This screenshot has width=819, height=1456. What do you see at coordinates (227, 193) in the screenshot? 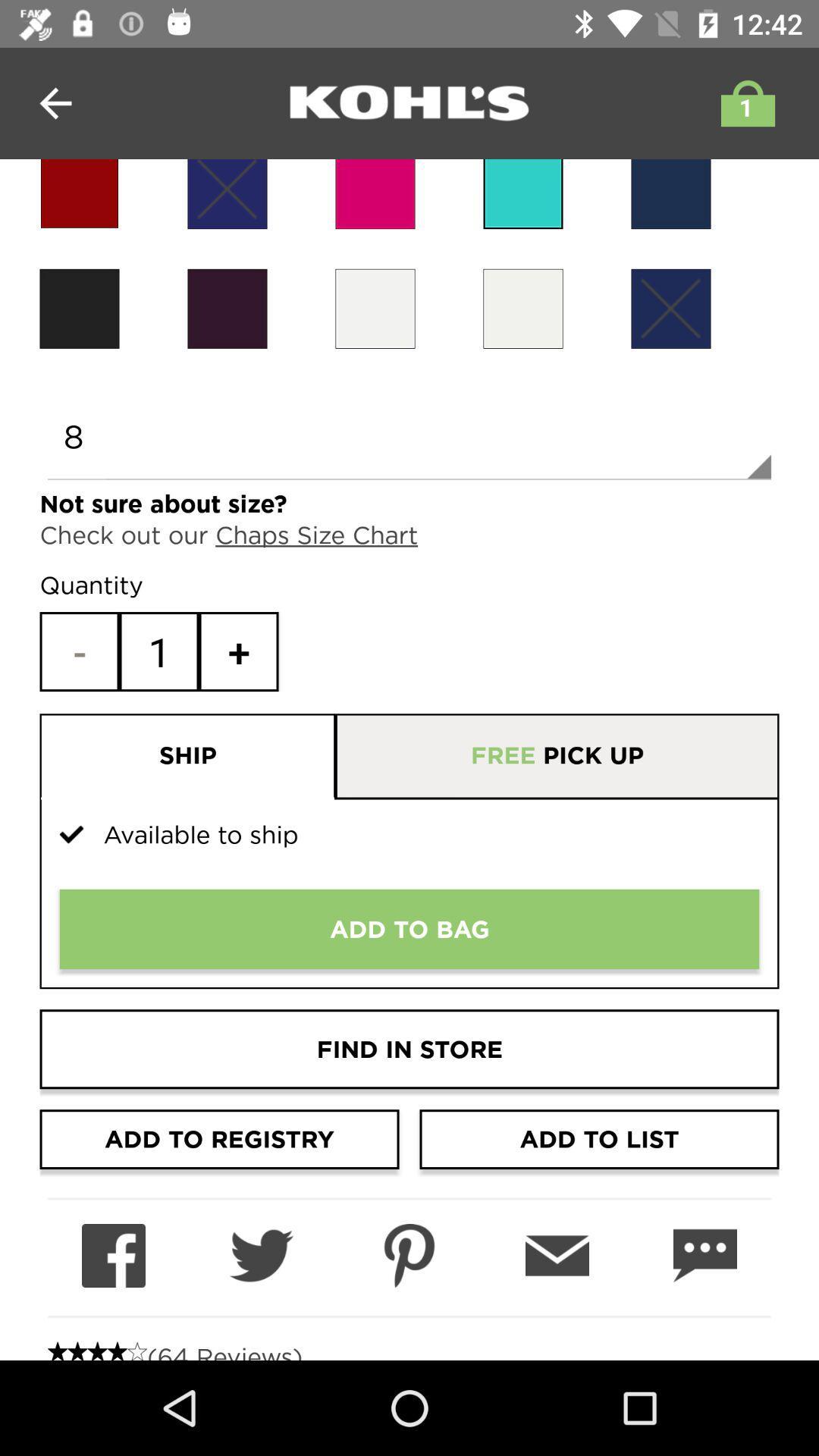
I see `the close icon` at bounding box center [227, 193].